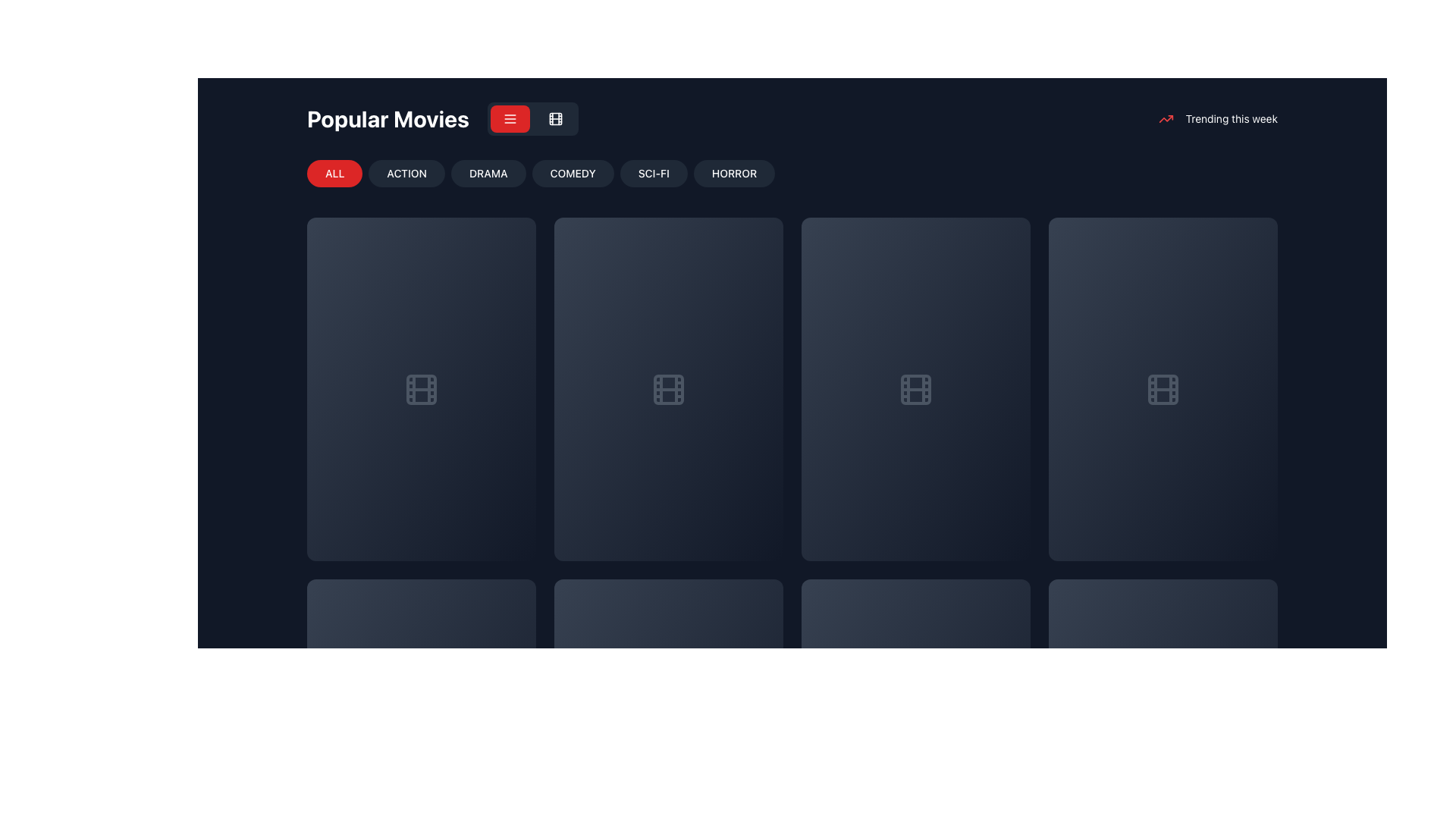 The width and height of the screenshot is (1456, 819). What do you see at coordinates (915, 388) in the screenshot?
I see `the third movie card in the first row of the grid layout` at bounding box center [915, 388].